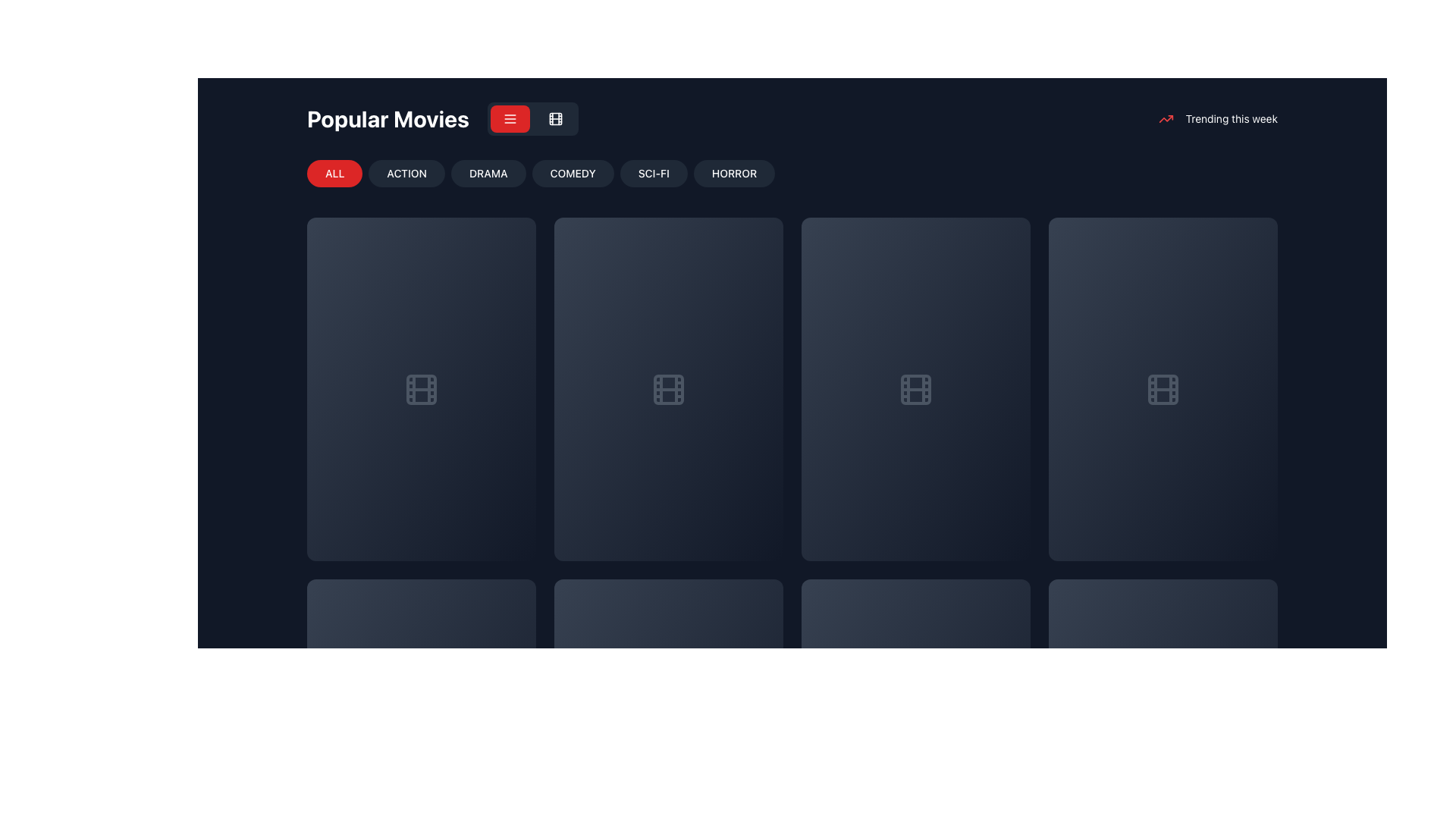 The width and height of the screenshot is (1456, 819). What do you see at coordinates (915, 388) in the screenshot?
I see `the third movie card in the first row of the grid layout` at bounding box center [915, 388].